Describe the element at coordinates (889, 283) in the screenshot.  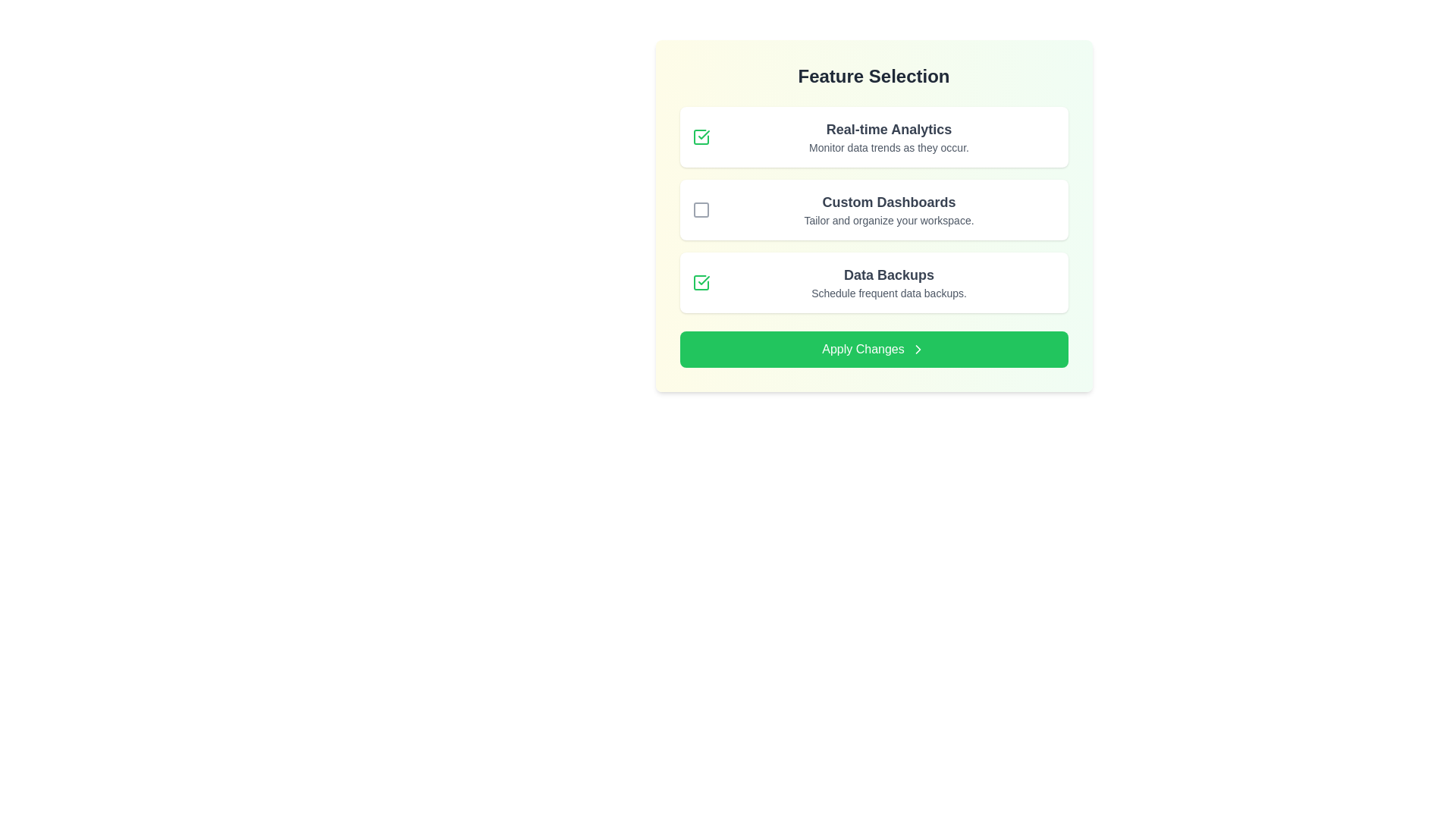
I see `the informational Label indicating 'Data Backups', which is the third choice in the vertical list of options` at that location.